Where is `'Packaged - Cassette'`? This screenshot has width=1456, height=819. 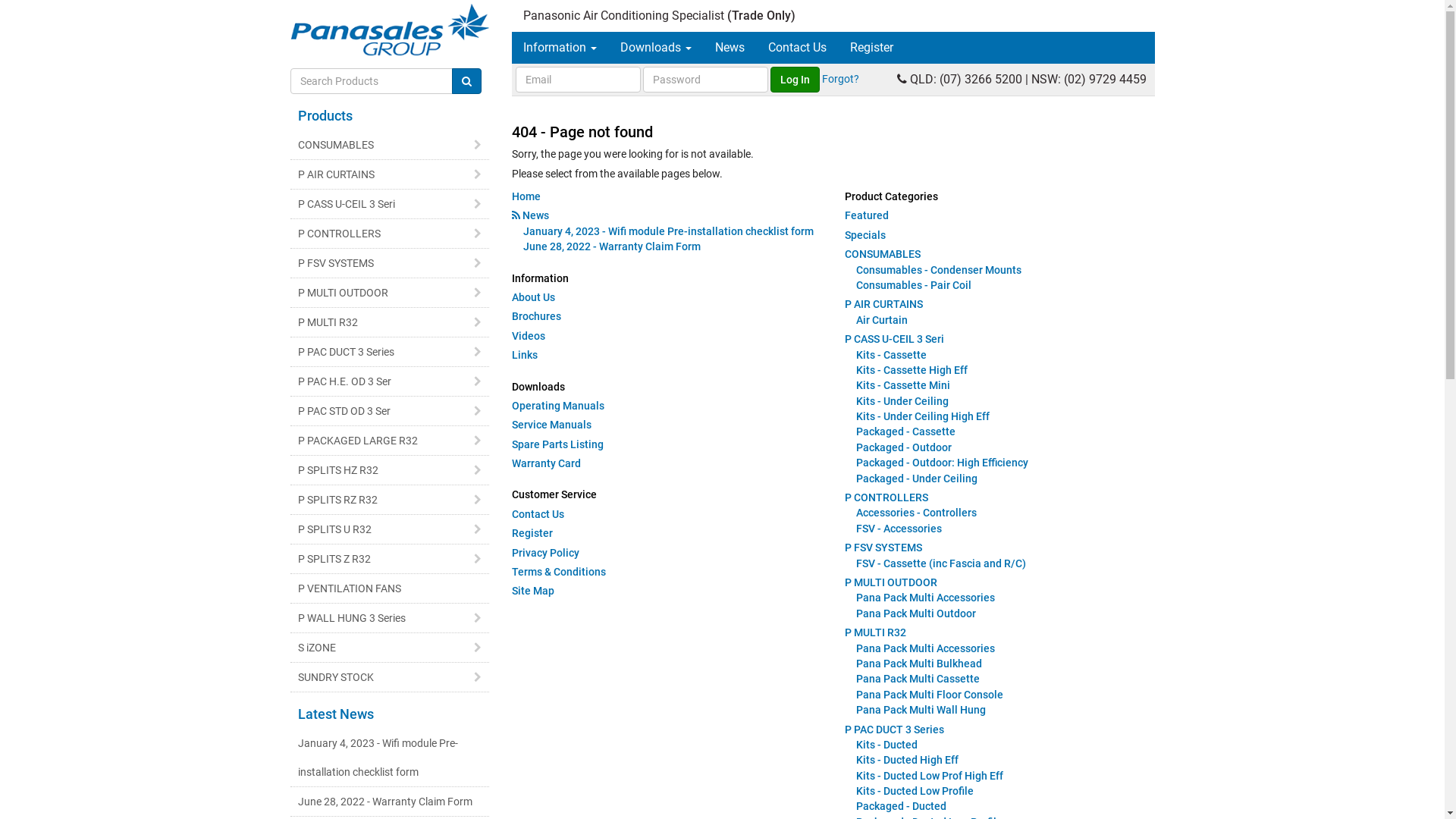 'Packaged - Cassette' is located at coordinates (905, 431).